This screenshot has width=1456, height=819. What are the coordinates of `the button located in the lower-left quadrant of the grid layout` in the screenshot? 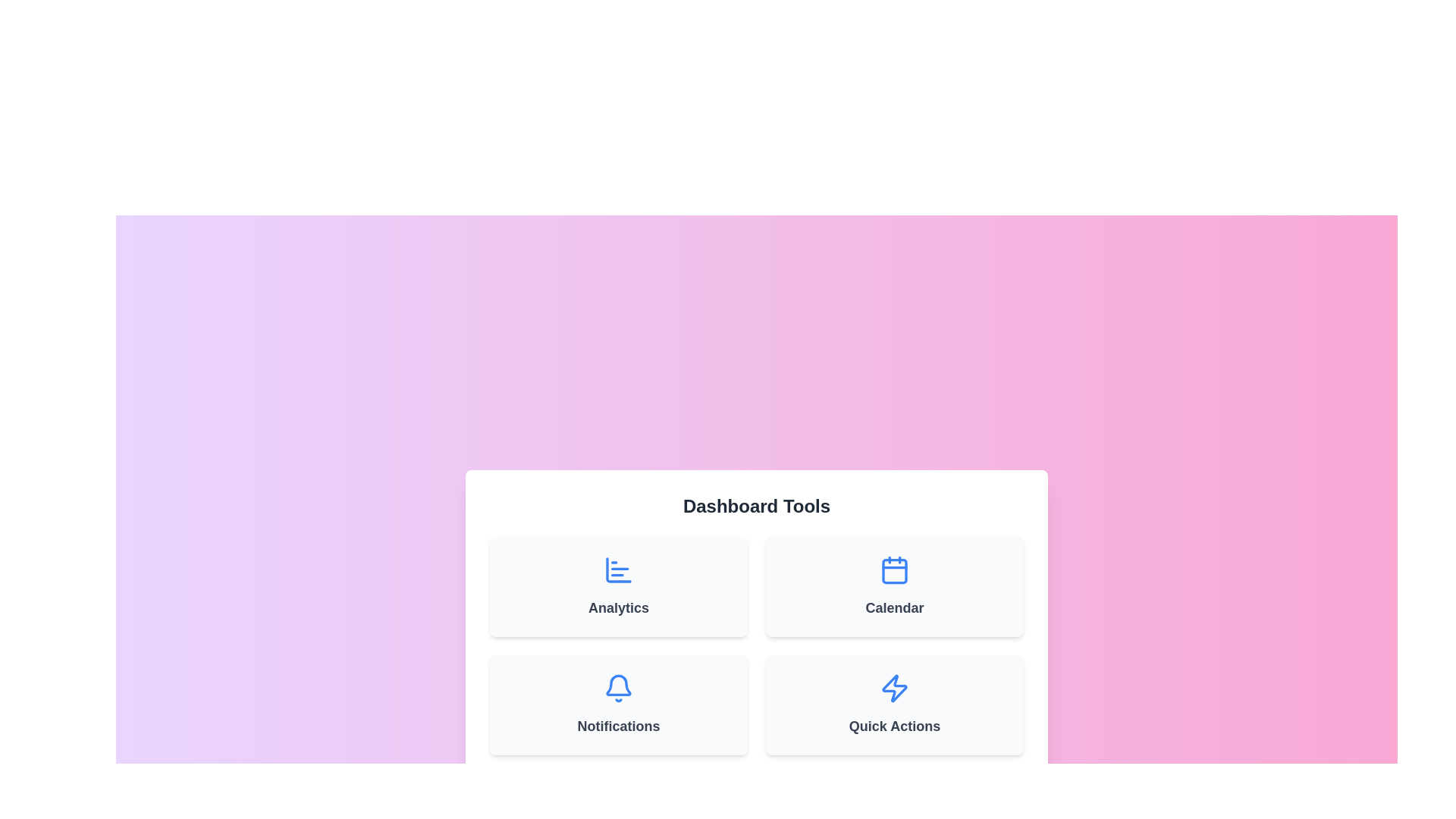 It's located at (619, 704).